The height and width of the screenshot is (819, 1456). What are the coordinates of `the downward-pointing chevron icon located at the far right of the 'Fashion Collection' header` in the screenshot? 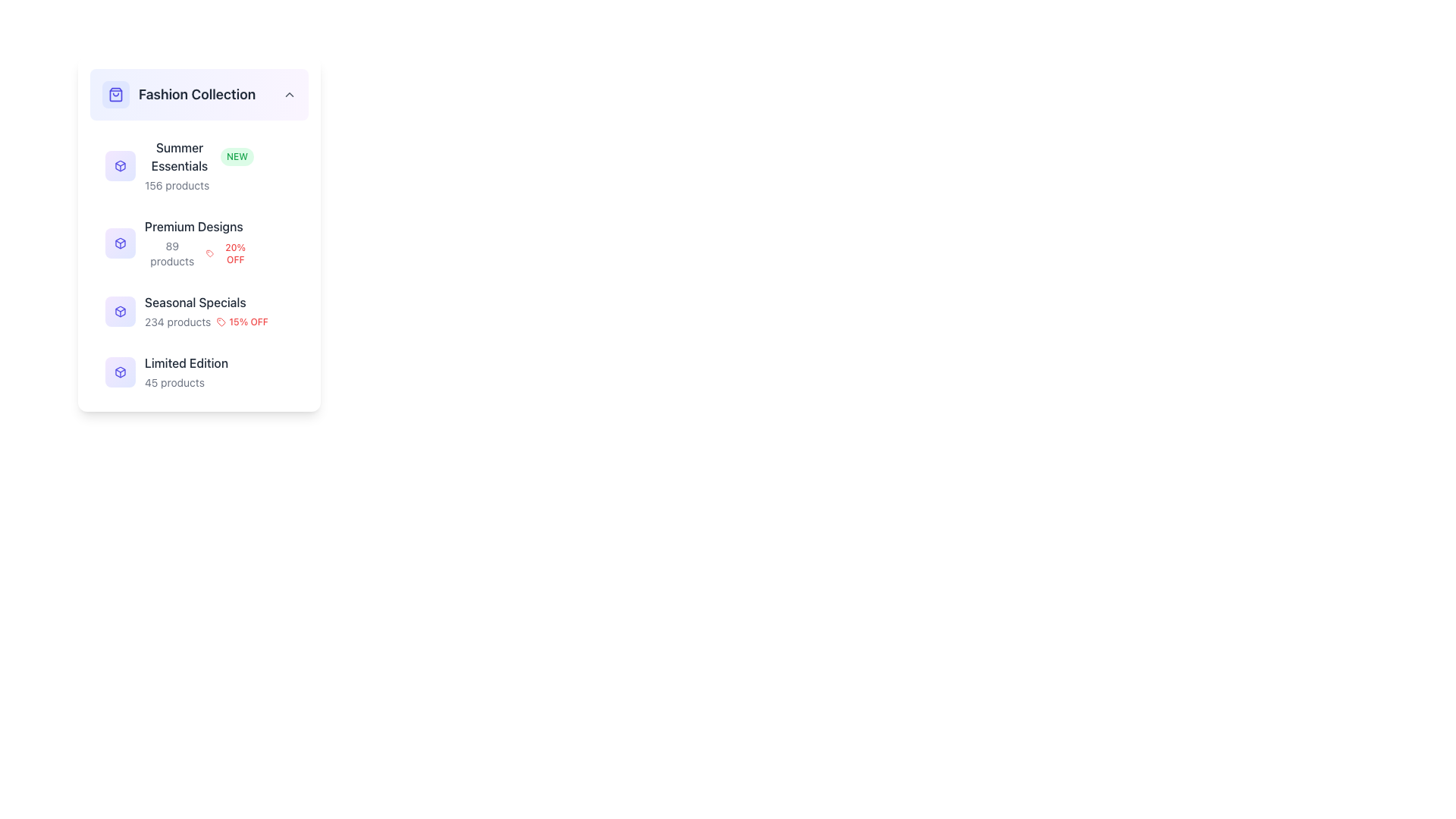 It's located at (290, 94).